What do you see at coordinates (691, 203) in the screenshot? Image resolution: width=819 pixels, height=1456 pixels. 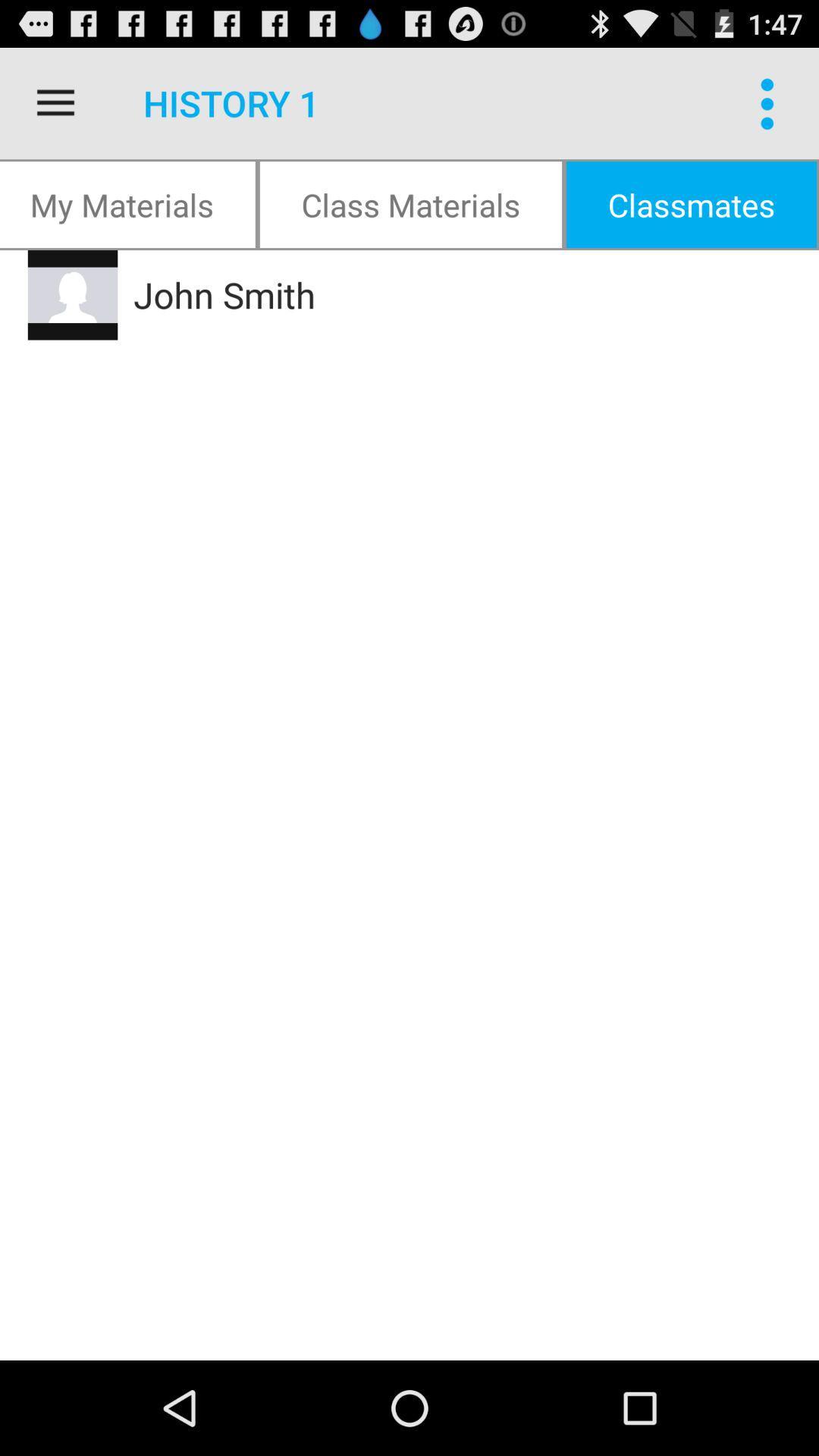 I see `item above the john smith` at bounding box center [691, 203].